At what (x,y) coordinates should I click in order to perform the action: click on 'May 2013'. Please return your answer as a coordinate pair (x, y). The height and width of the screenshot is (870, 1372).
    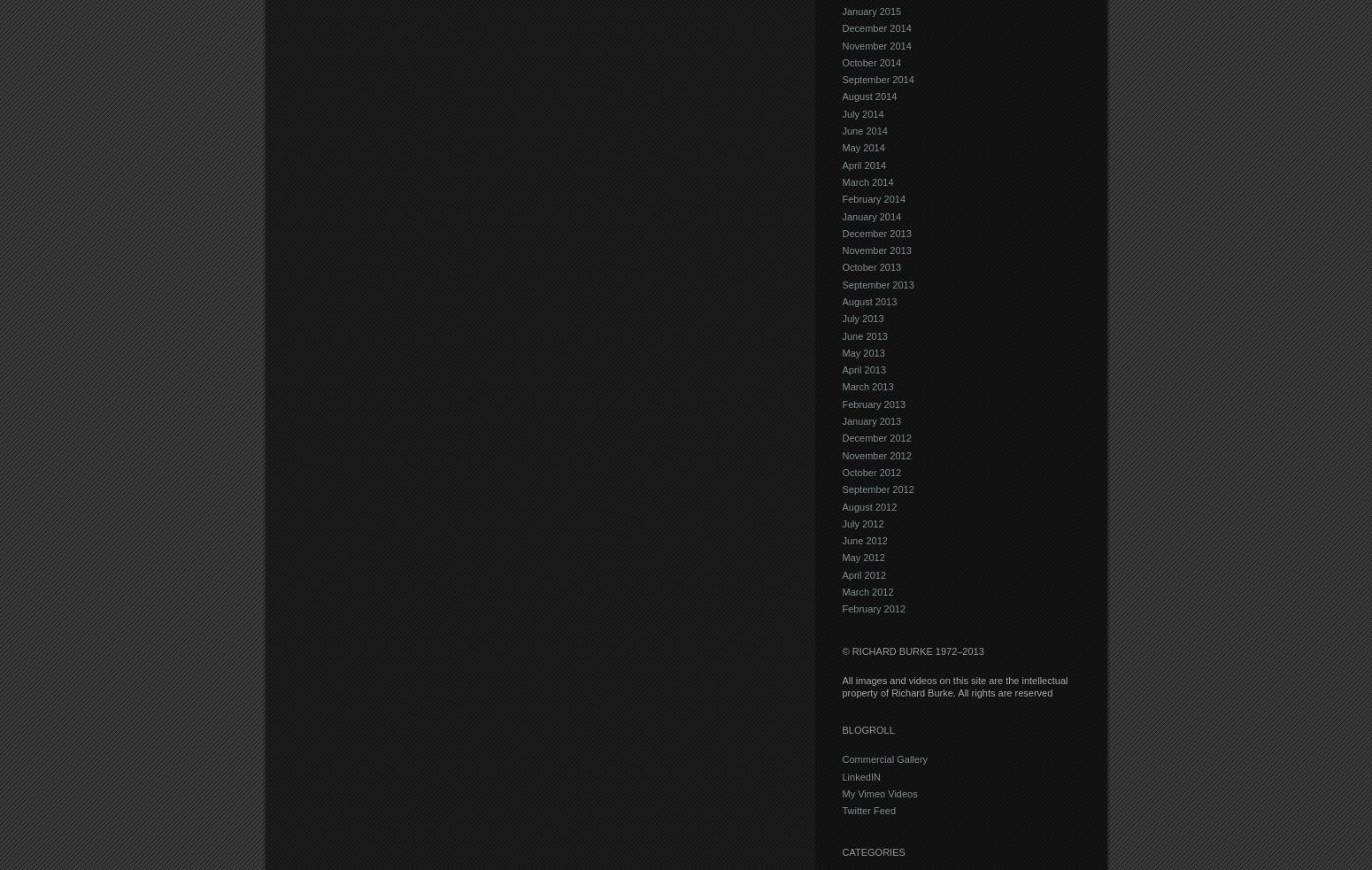
    Looking at the image, I should click on (861, 351).